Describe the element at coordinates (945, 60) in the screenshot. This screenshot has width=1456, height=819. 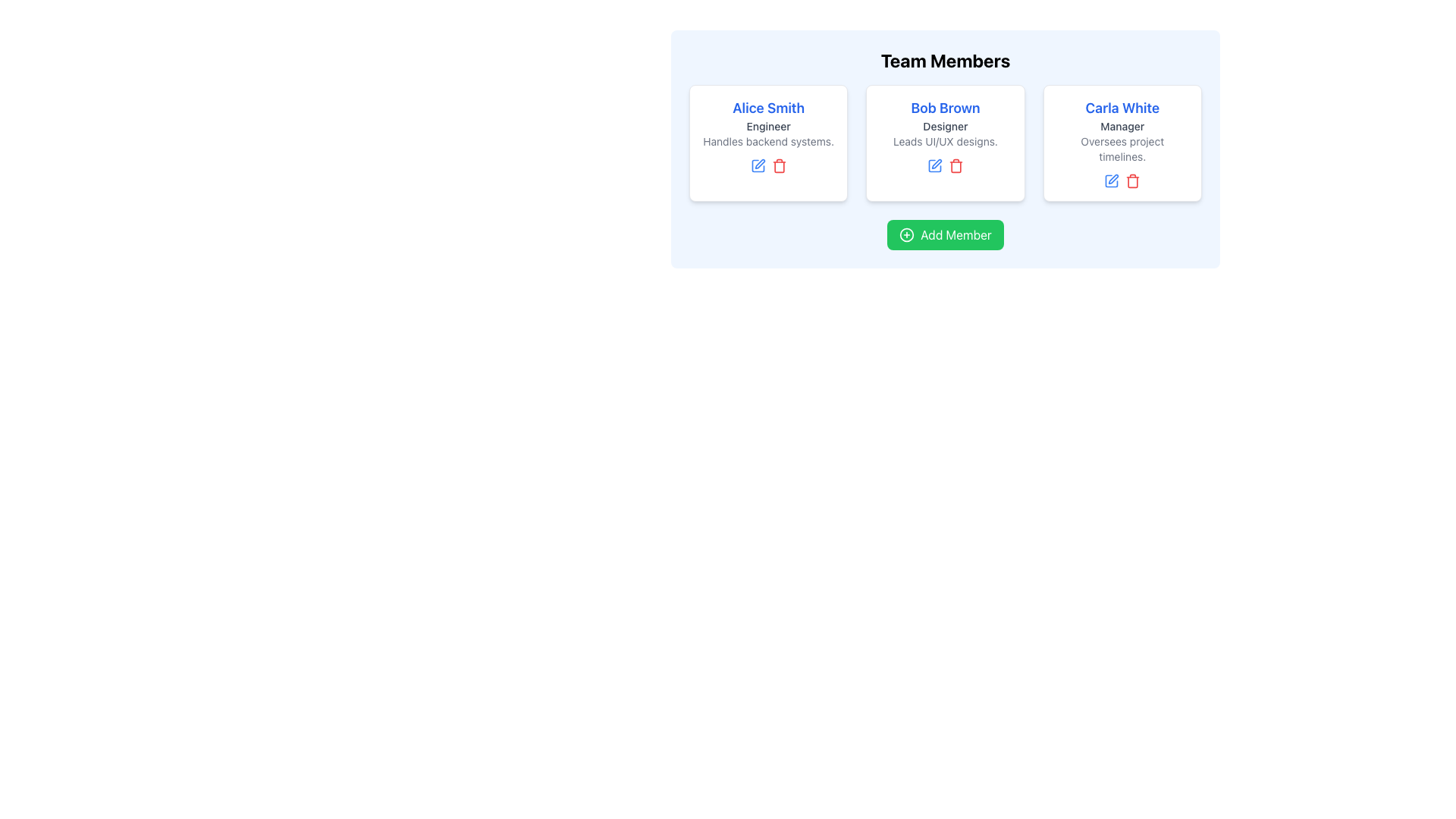
I see `the Text Label that serves as a title or heading indicating the purpose of the section beneath it, which relates to team members` at that location.